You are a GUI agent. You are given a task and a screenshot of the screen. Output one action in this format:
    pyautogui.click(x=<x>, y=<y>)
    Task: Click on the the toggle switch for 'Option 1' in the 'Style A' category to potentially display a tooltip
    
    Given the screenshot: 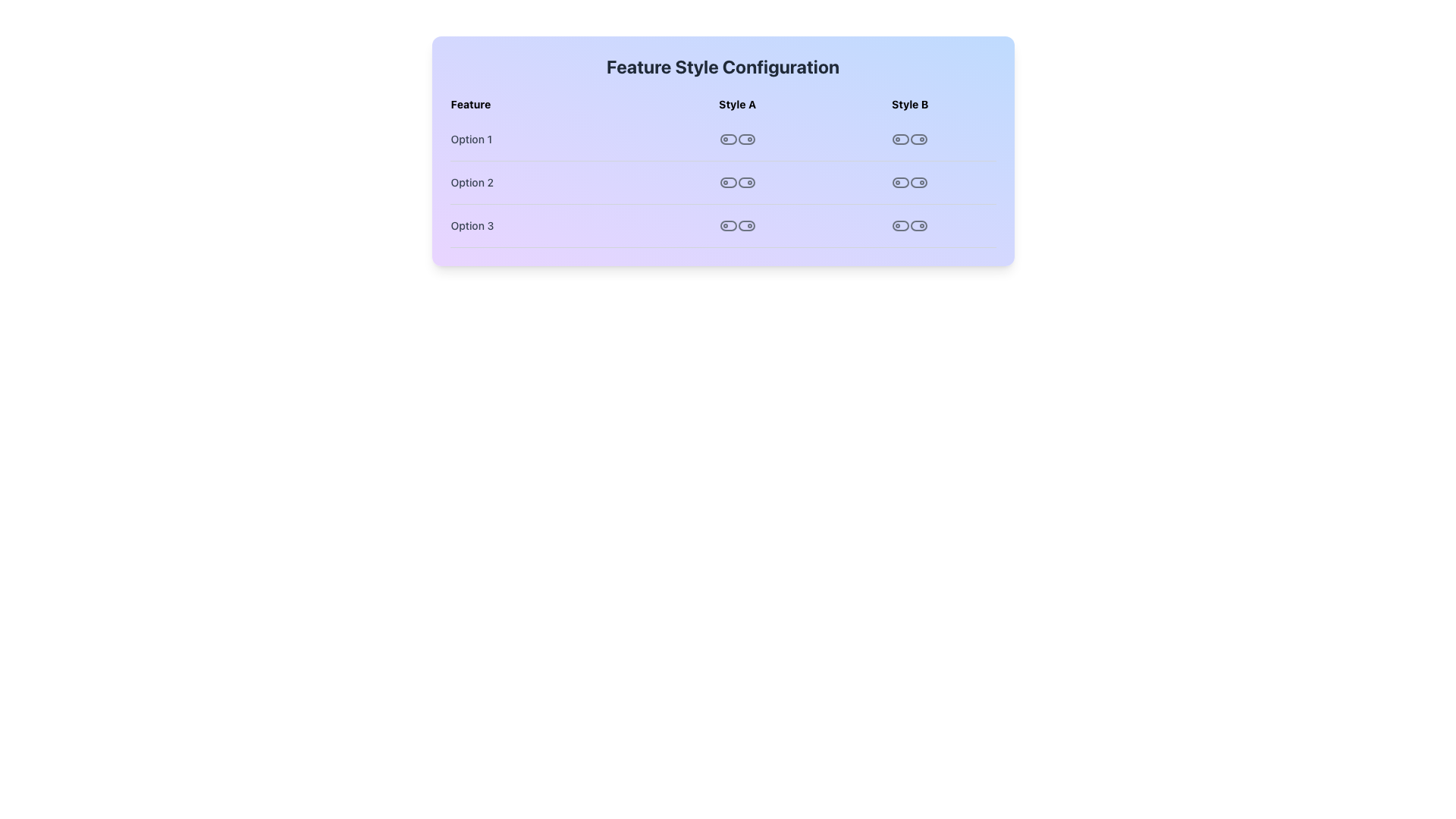 What is the action you would take?
    pyautogui.click(x=746, y=140)
    